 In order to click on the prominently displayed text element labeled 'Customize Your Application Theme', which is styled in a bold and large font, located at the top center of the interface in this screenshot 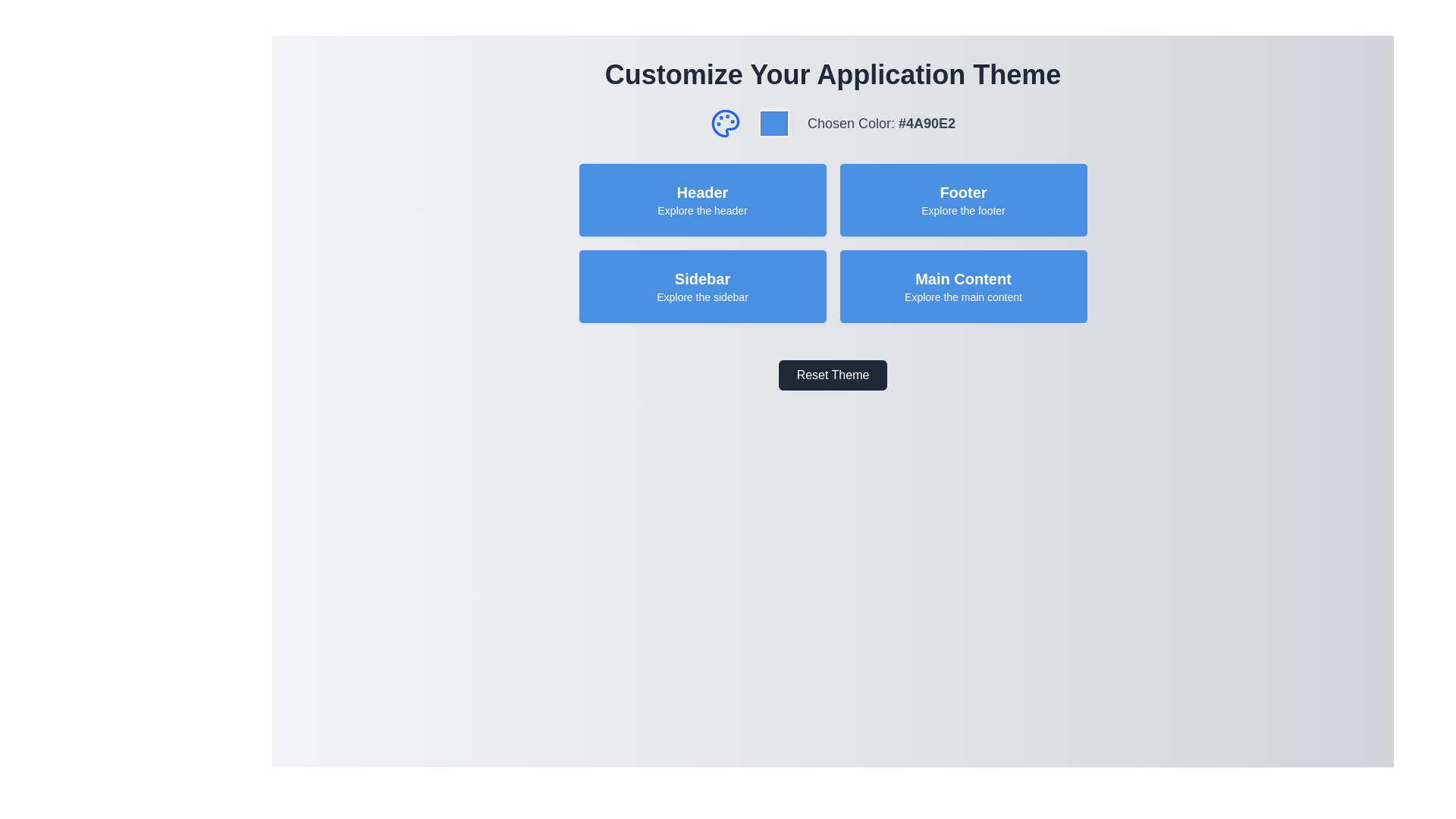, I will do `click(832, 75)`.